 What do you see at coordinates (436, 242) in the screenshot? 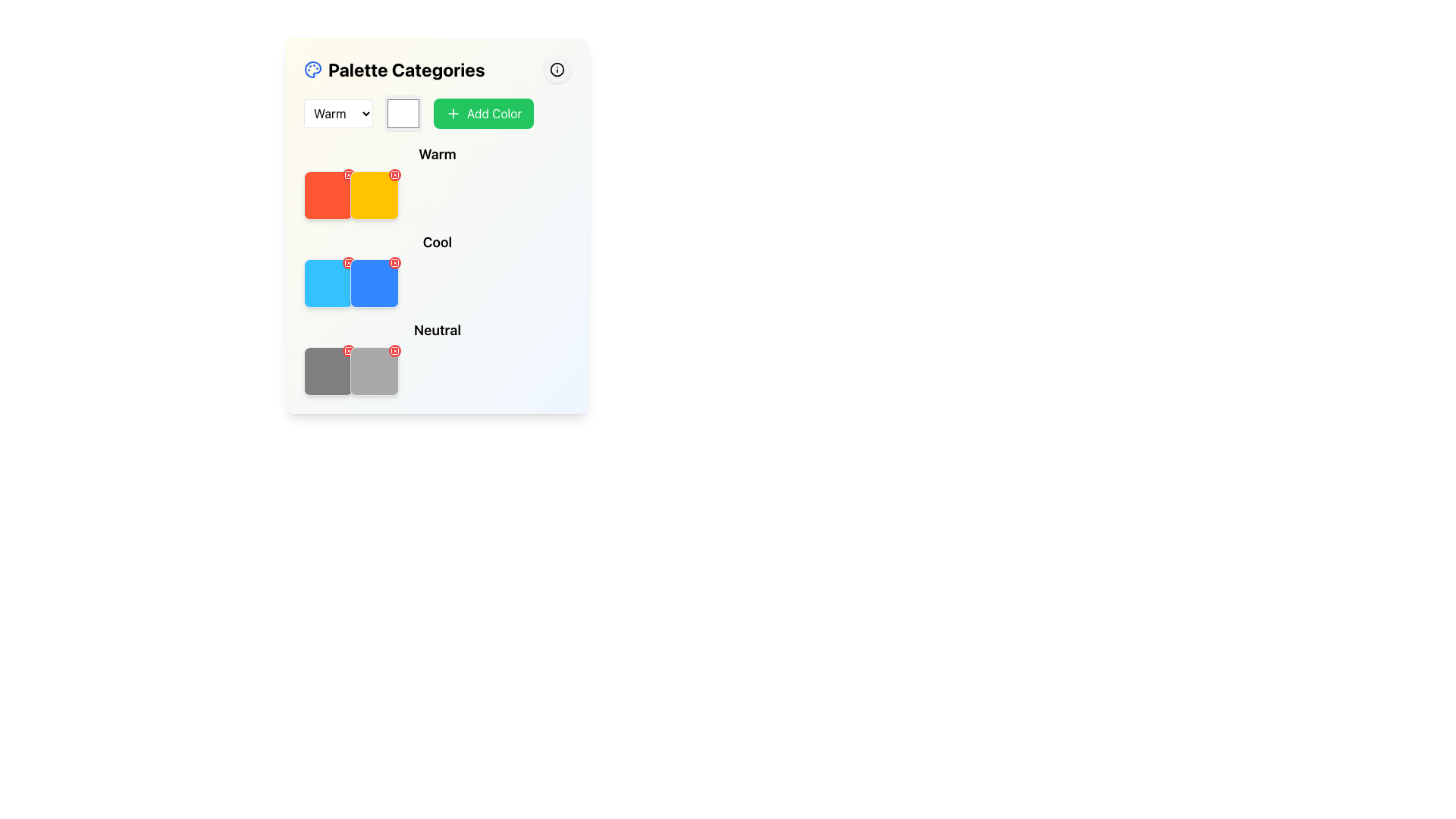
I see `the 'Cool' category label, which is a static text element located at the center of its section, directly above the color tiles` at bounding box center [436, 242].